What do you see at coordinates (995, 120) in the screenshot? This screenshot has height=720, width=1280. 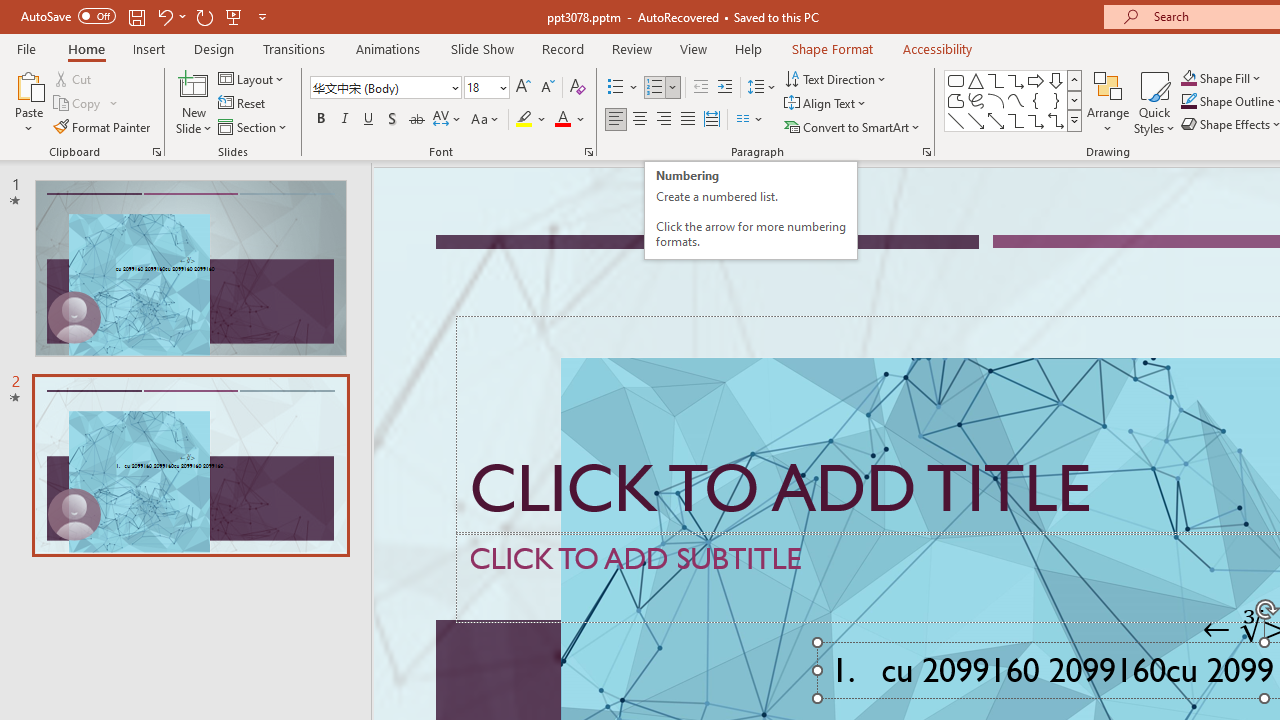 I see `'Line Arrow: Double'` at bounding box center [995, 120].